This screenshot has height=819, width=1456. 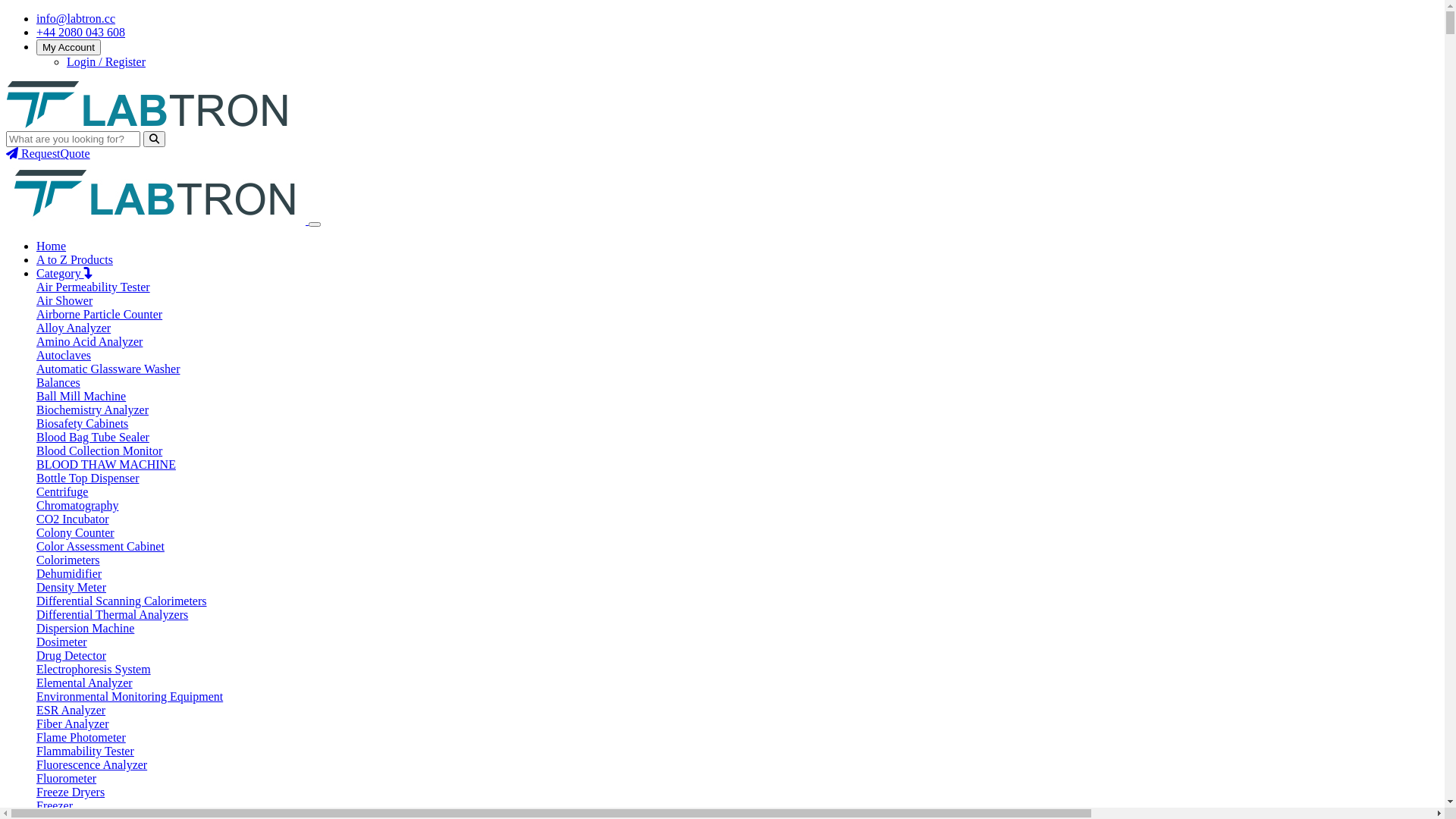 I want to click on 'Category', so click(x=64, y=273).